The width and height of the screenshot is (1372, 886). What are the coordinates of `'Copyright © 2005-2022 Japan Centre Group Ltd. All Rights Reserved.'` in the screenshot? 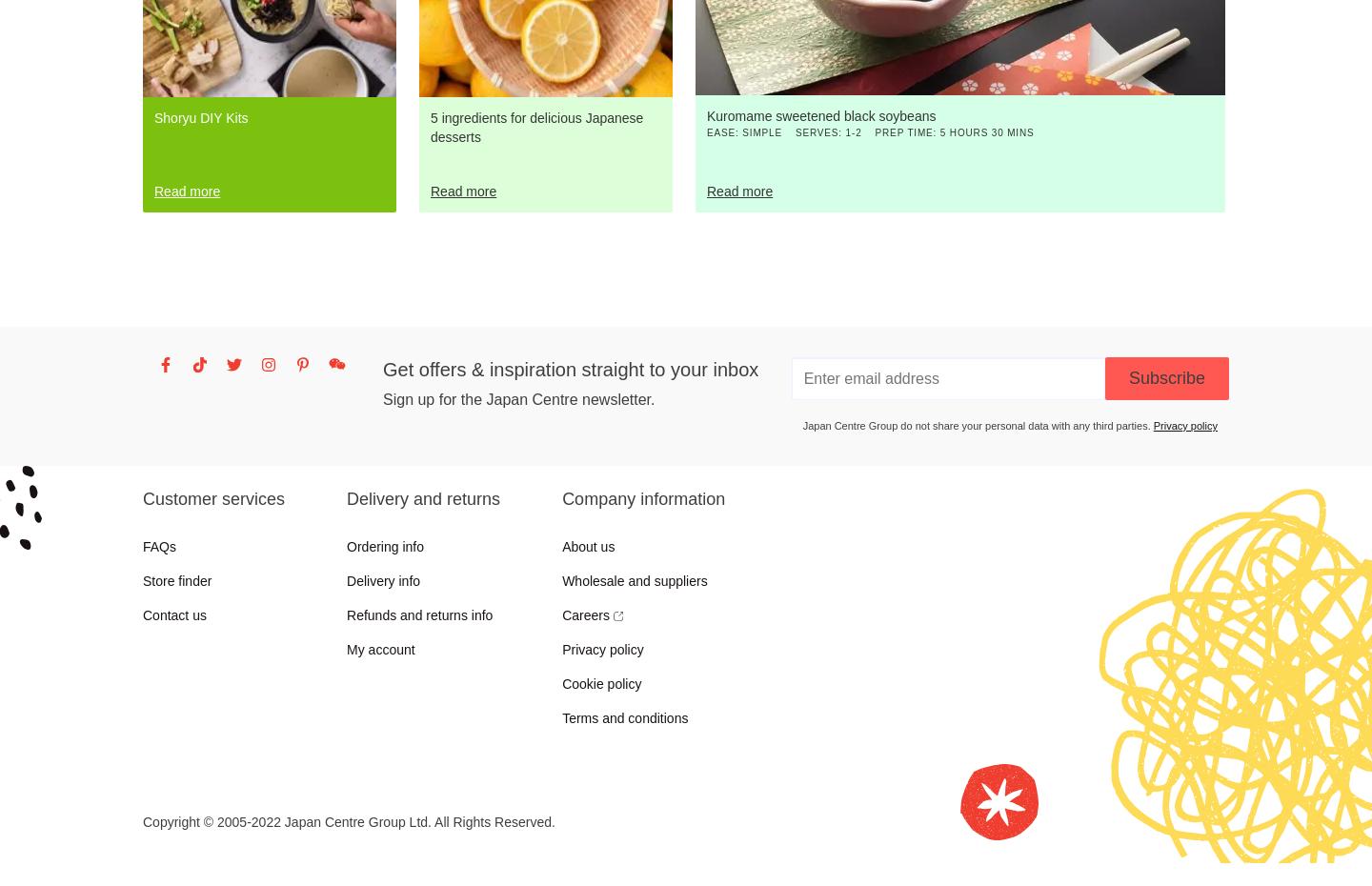 It's located at (348, 821).